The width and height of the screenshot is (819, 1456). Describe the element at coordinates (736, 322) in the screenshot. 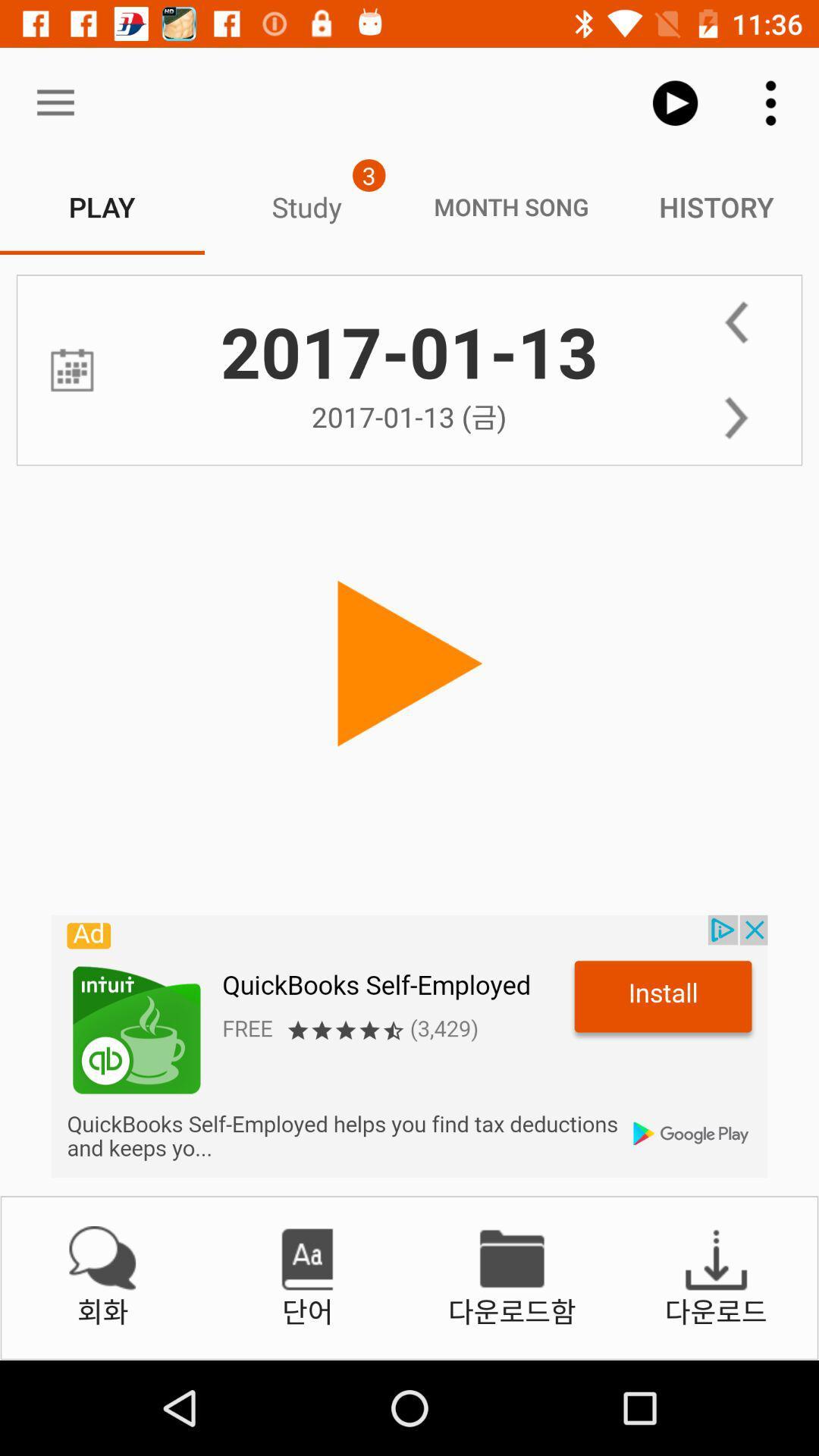

I see `back word` at that location.